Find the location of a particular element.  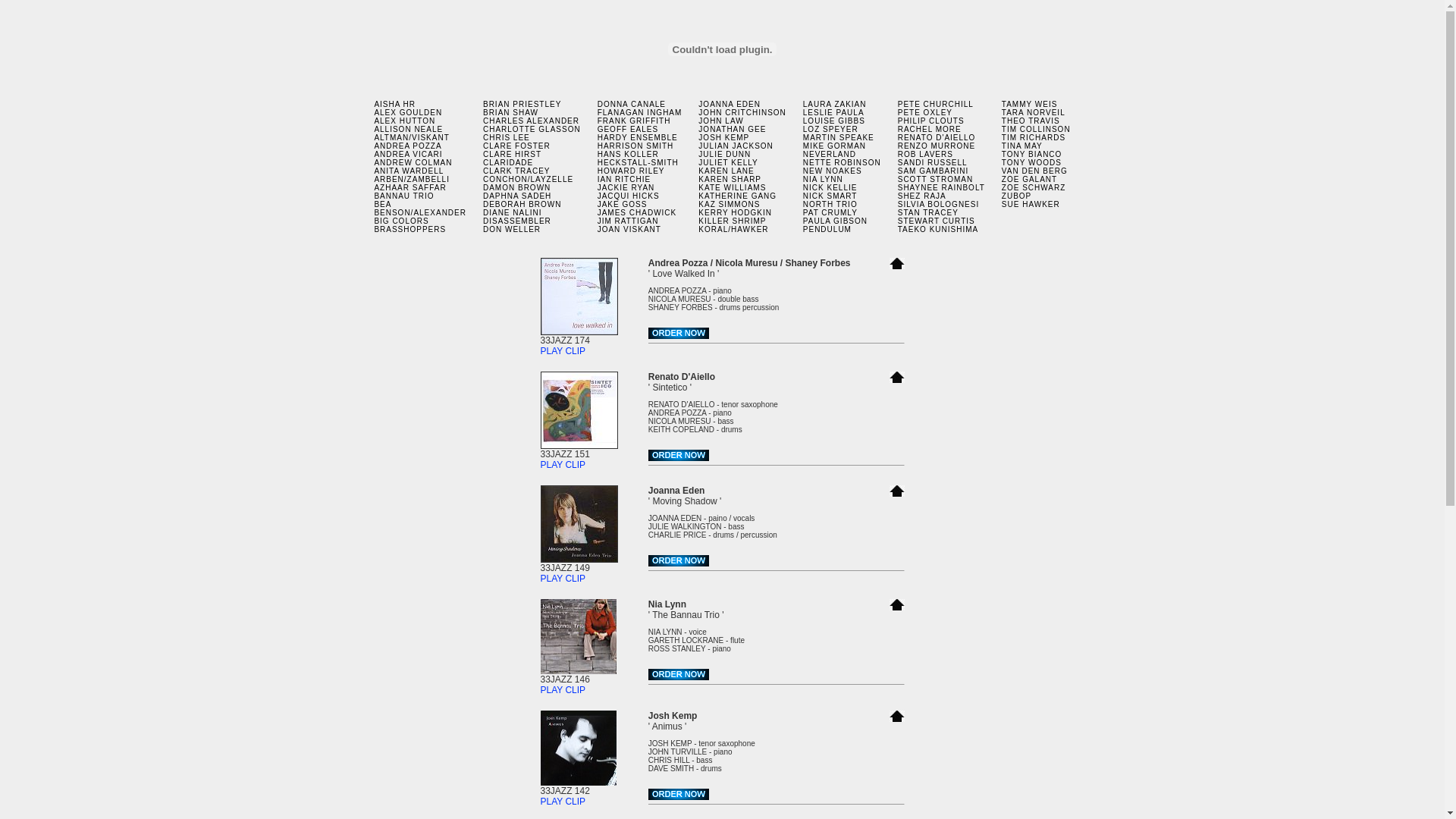

'FRANK GRIFFITH' is located at coordinates (596, 120).